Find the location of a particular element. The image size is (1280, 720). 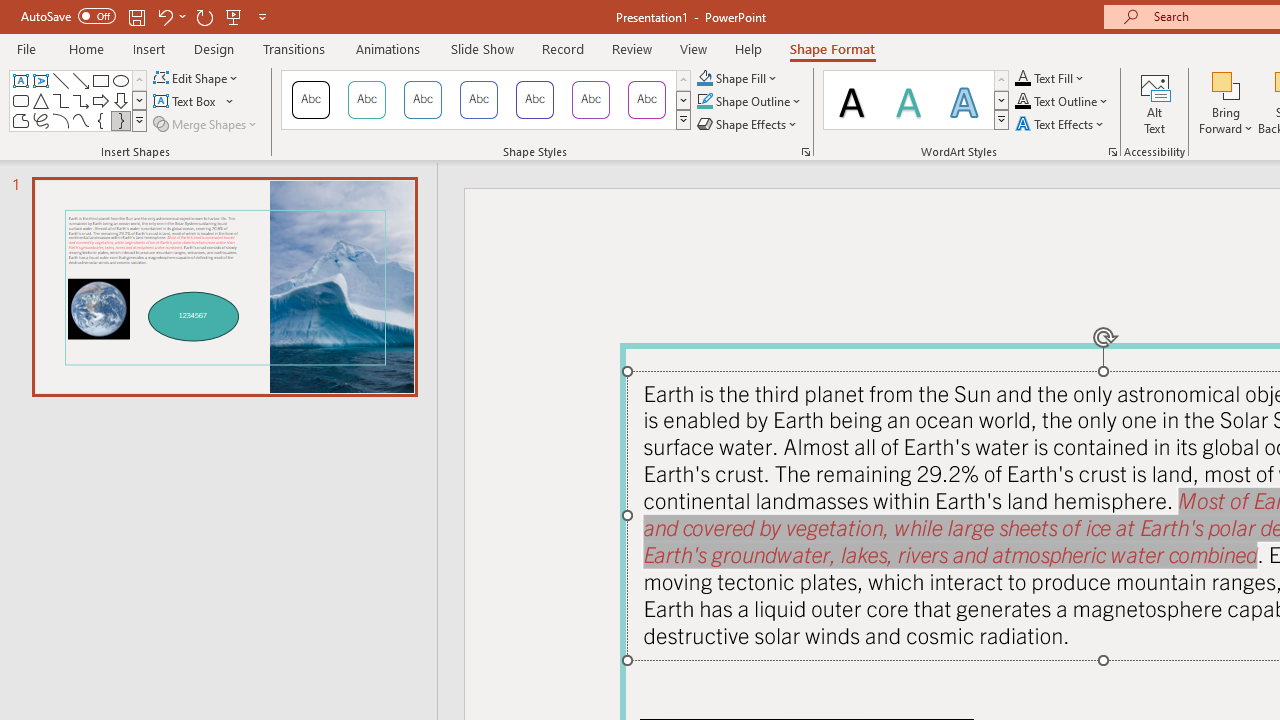

'Undo' is located at coordinates (164, 16).